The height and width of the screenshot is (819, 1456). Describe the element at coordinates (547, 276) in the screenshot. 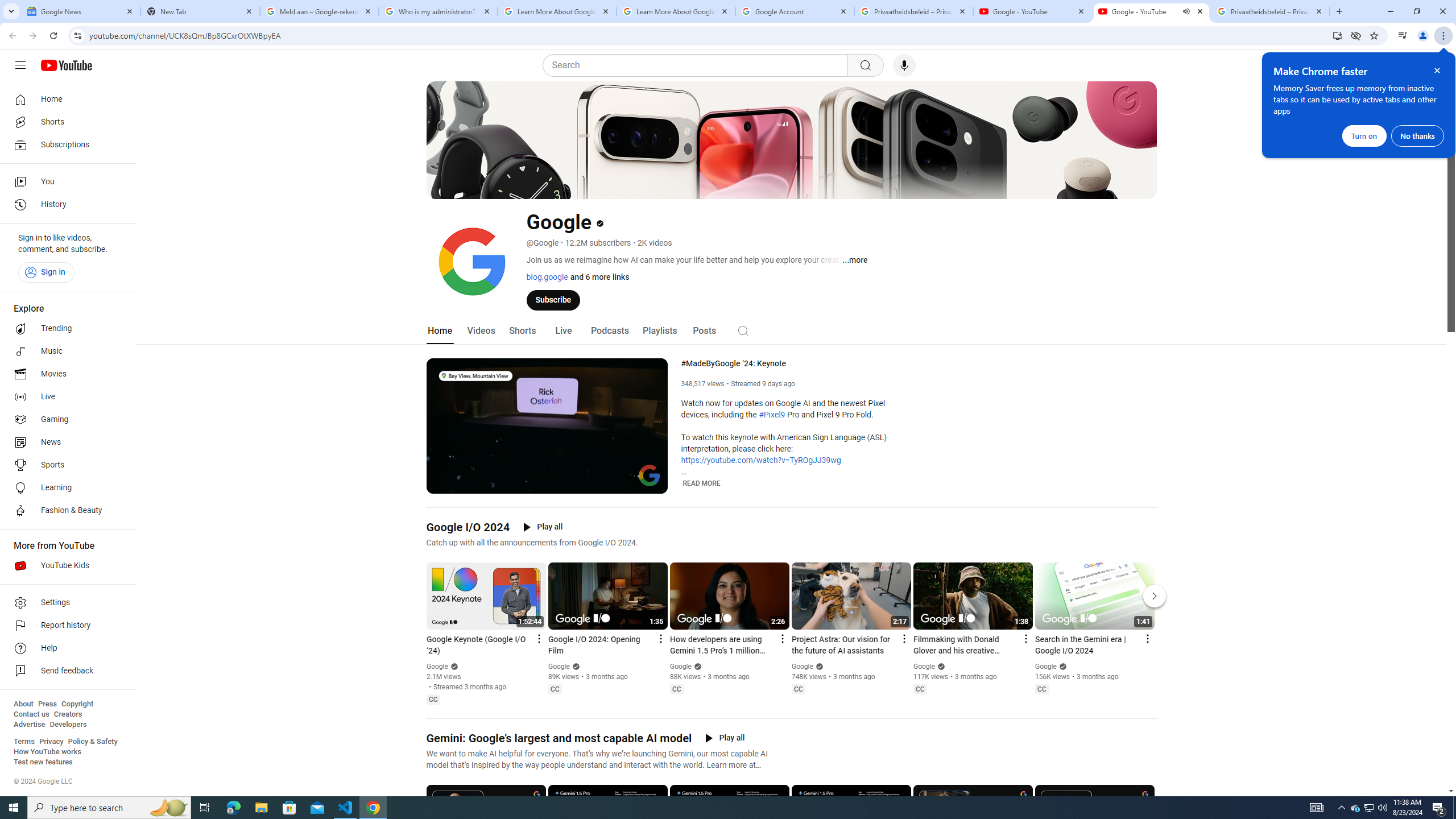

I see `'blog.google'` at that location.